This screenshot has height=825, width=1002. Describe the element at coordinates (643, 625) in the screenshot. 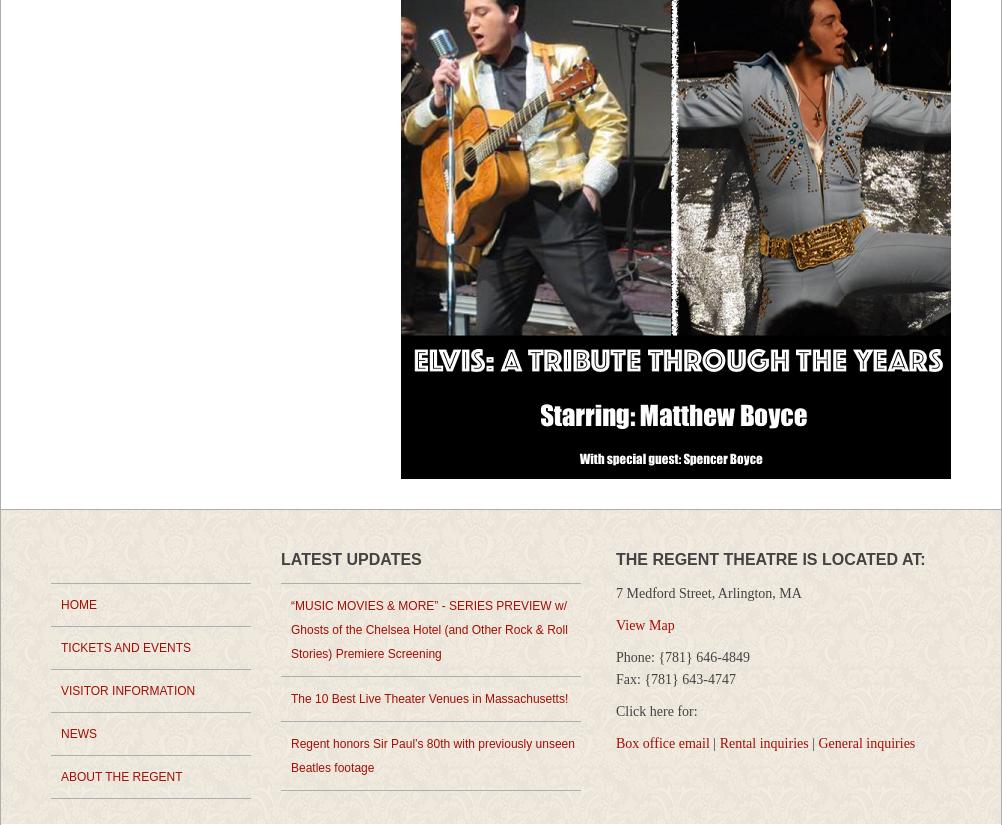

I see `'View Map'` at that location.